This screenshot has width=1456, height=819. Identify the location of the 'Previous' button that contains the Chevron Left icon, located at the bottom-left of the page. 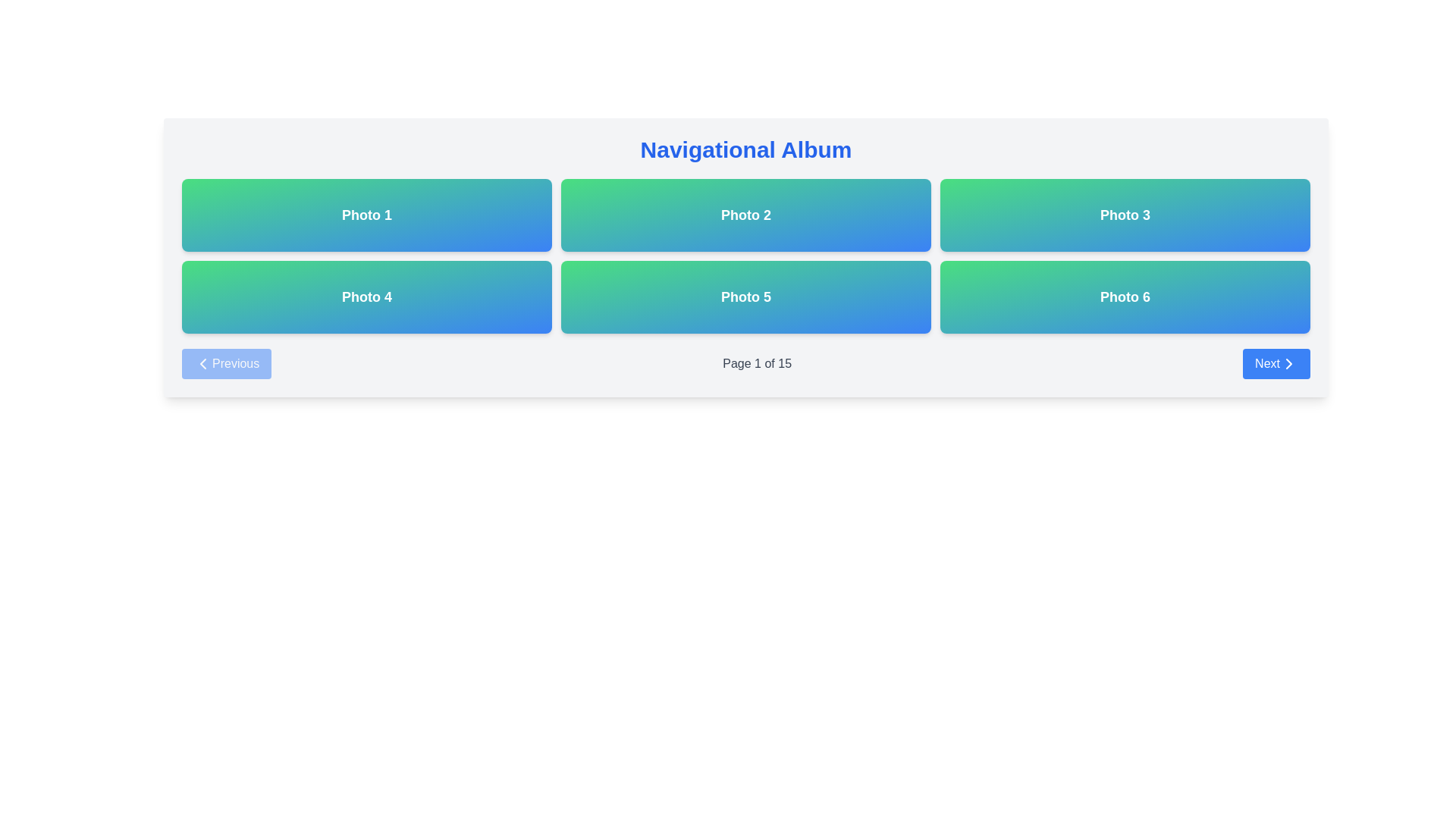
(202, 363).